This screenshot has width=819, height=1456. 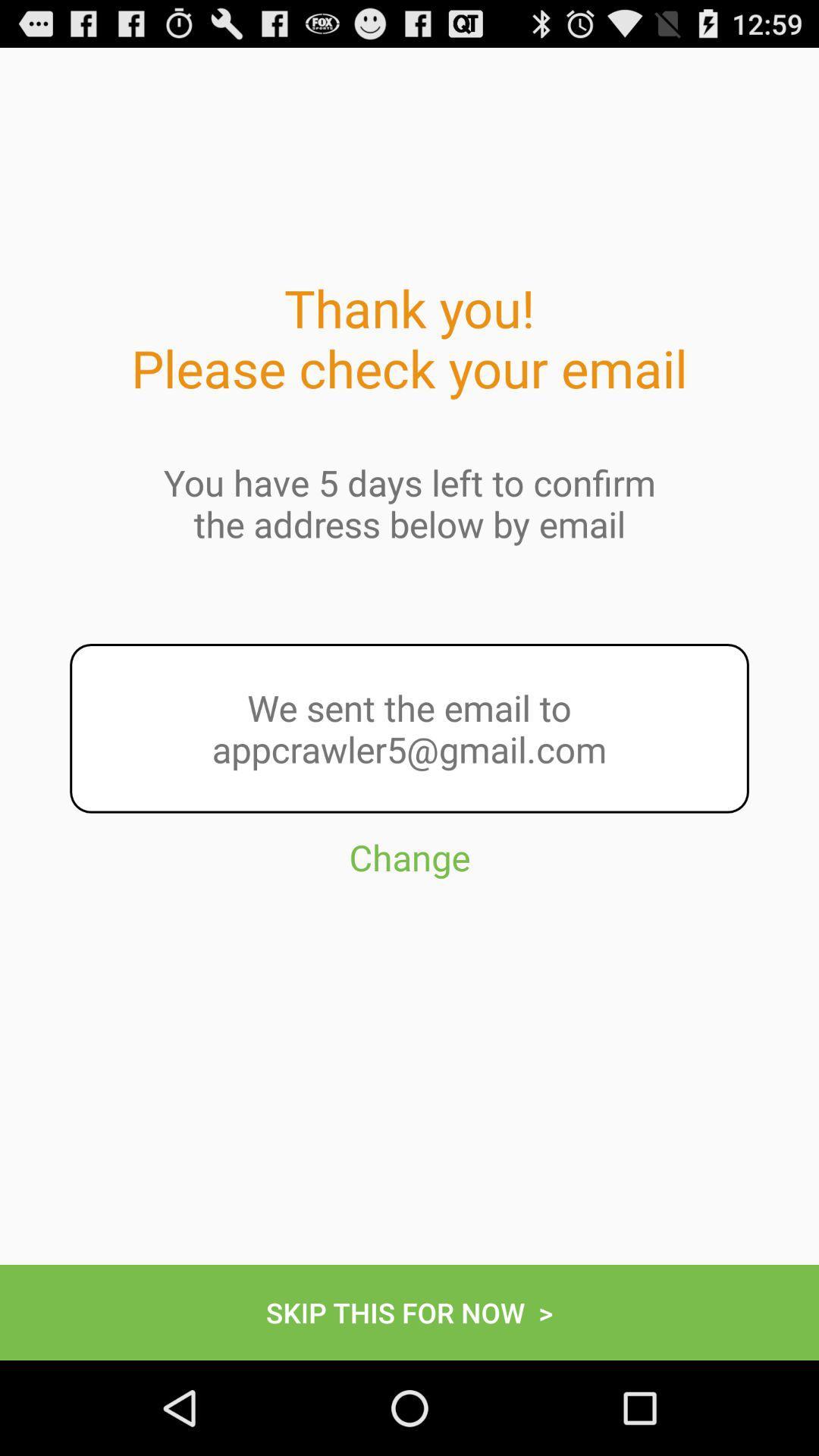 I want to click on button above the skip this for button, so click(x=409, y=925).